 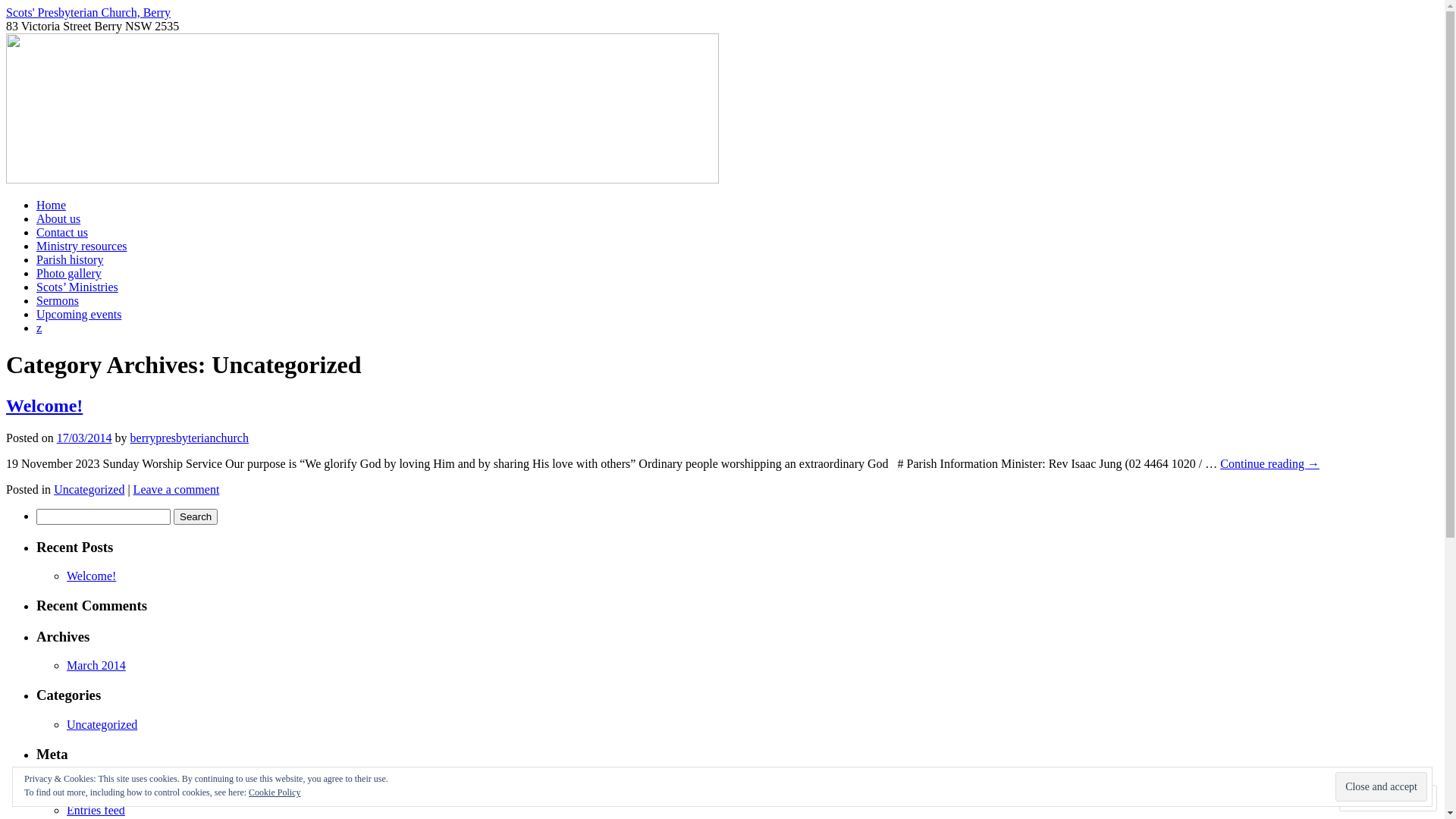 I want to click on 'Cookie Policy', so click(x=274, y=792).